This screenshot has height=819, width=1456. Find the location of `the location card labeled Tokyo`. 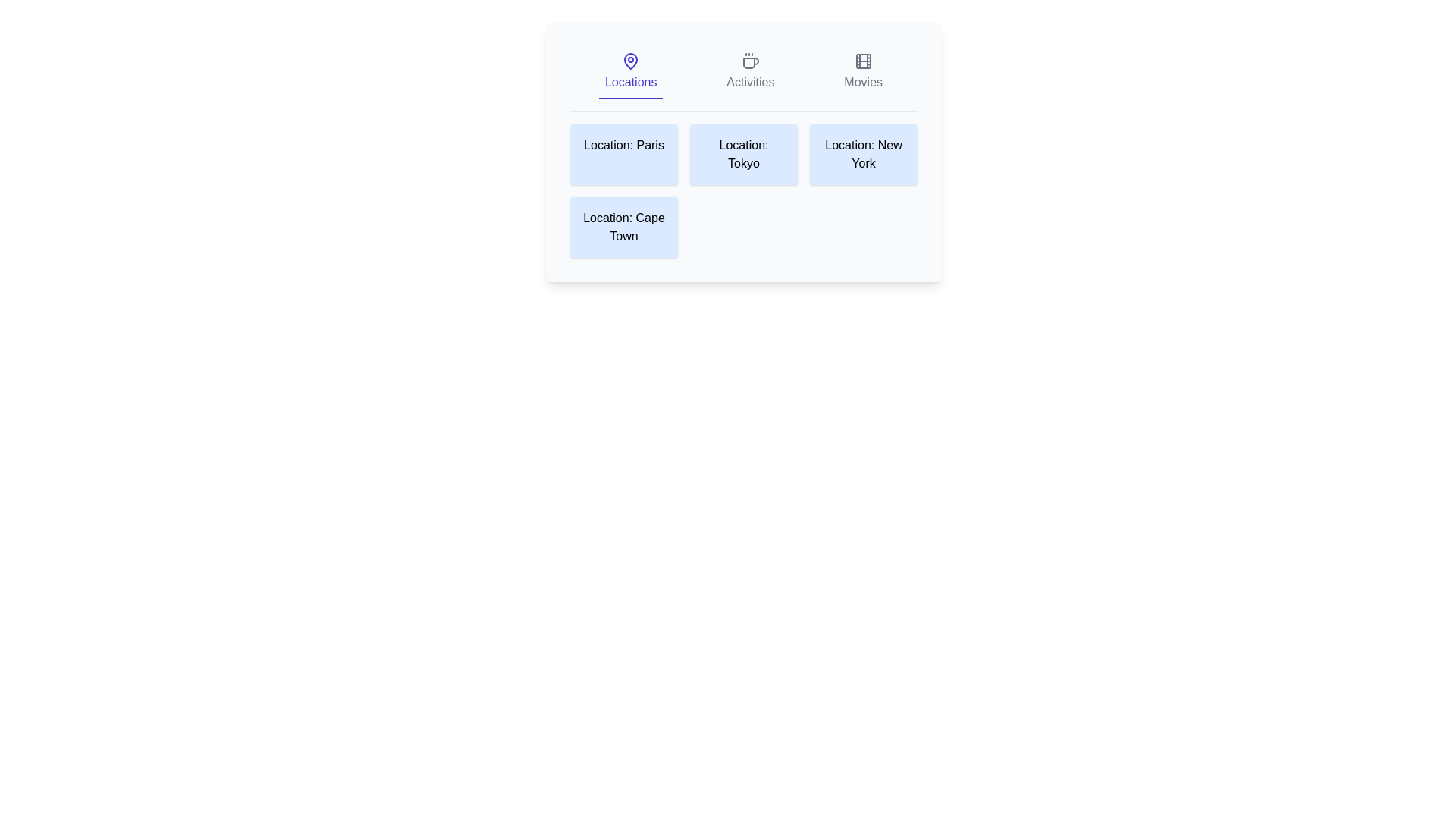

the location card labeled Tokyo is located at coordinates (743, 155).